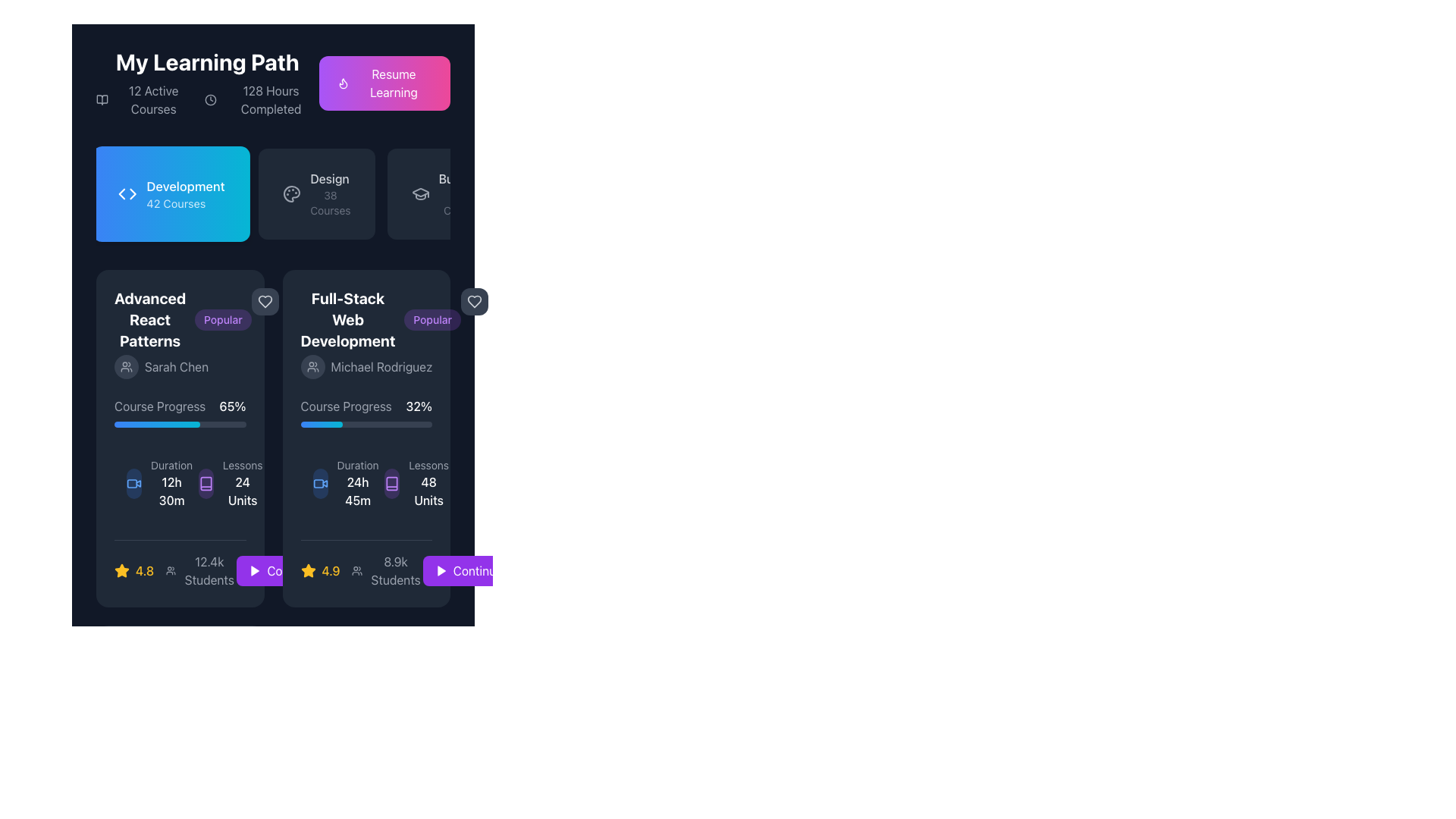 This screenshot has width=1456, height=819. I want to click on the non-interactive video icon, represented as a blue outlined rectangle with a right-facing triangle cutout, located within the 'Full-Stack Web Development' card's duration section next to the time information ('24h 45m'), so click(319, 483).